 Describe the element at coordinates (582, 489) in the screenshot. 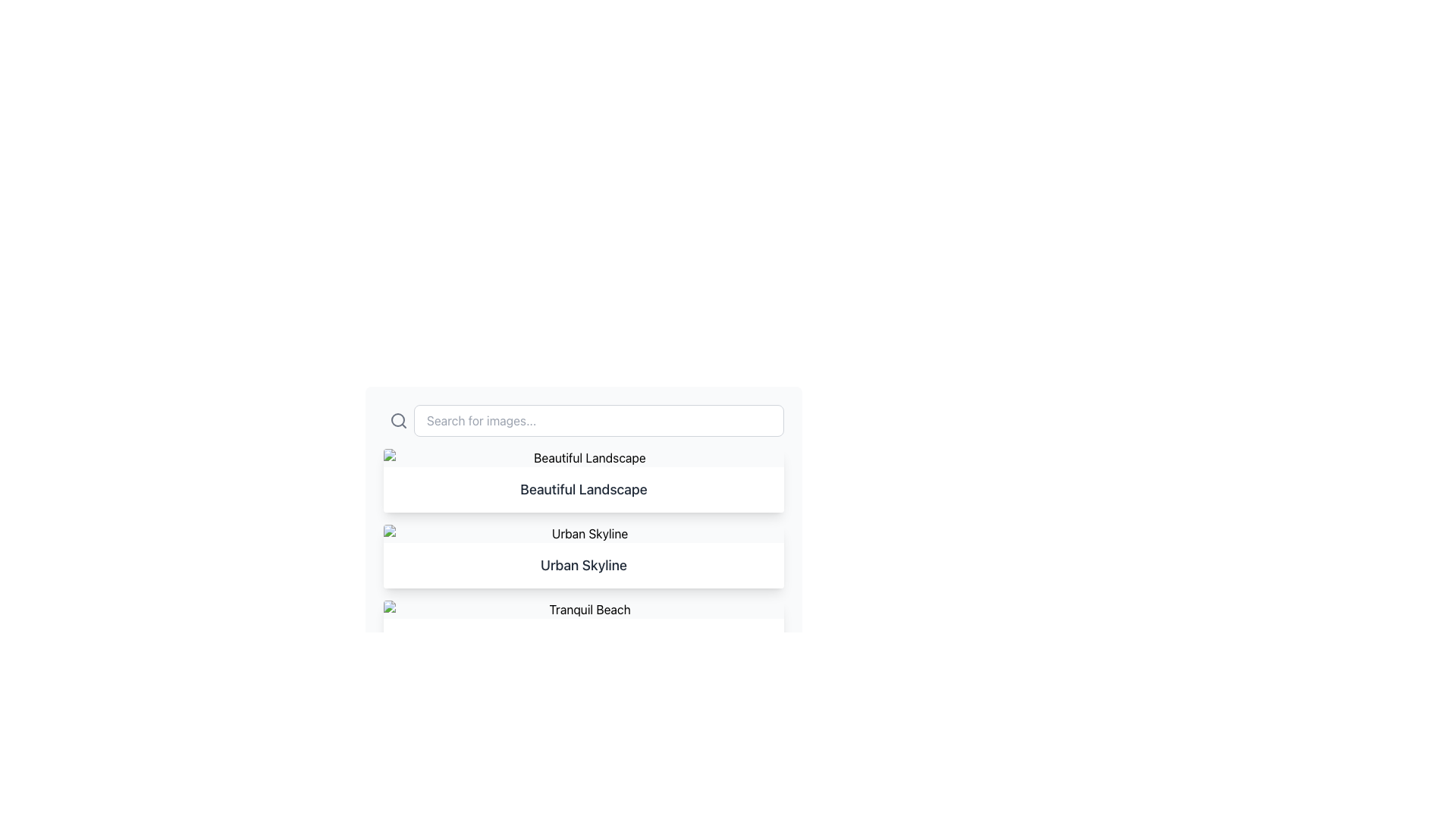

I see `the text 'Beautiful Landscape' displayed in bold gray font` at that location.